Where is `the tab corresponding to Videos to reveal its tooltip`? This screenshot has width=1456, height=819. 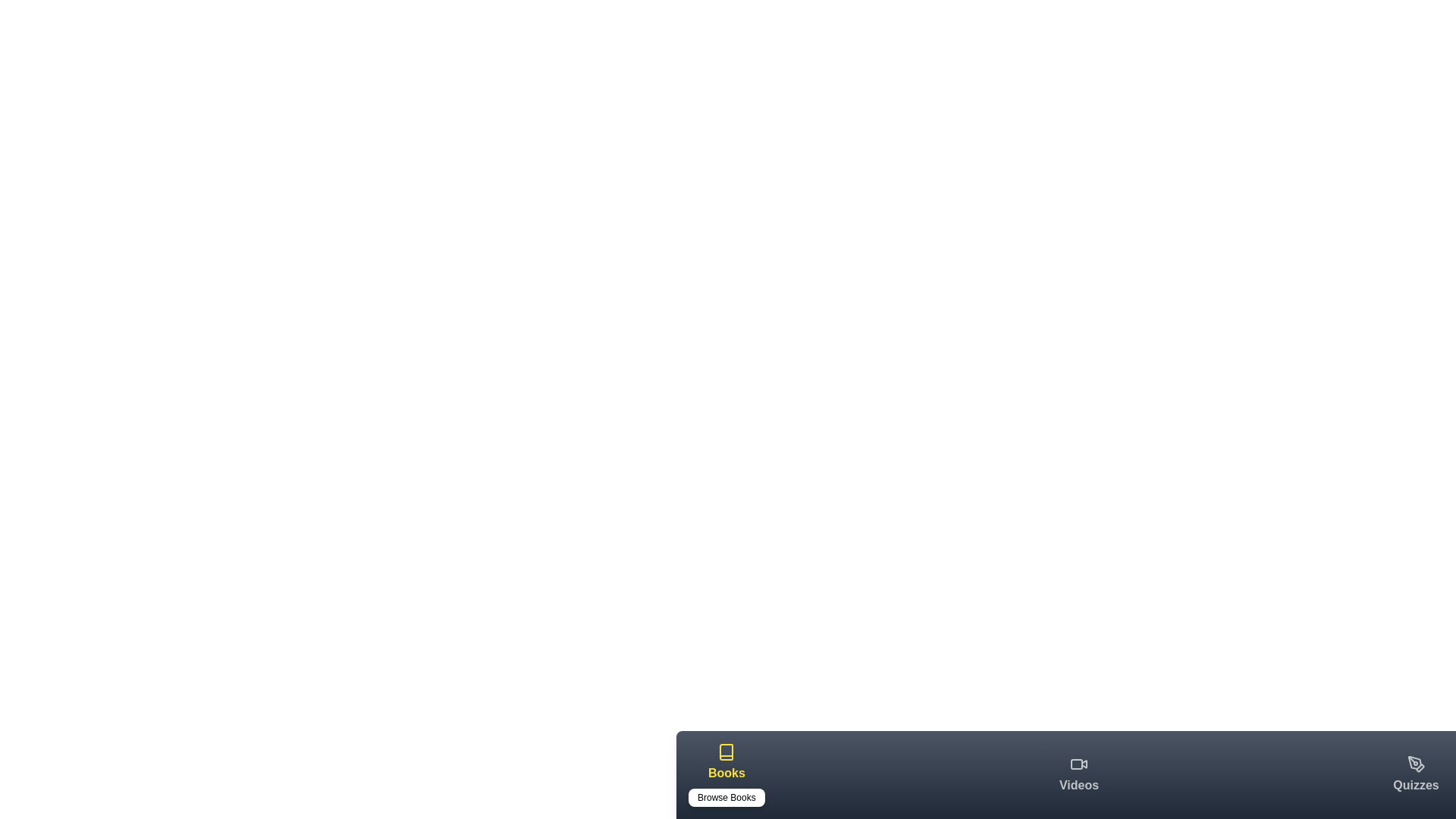
the tab corresponding to Videos to reveal its tooltip is located at coordinates (1078, 775).